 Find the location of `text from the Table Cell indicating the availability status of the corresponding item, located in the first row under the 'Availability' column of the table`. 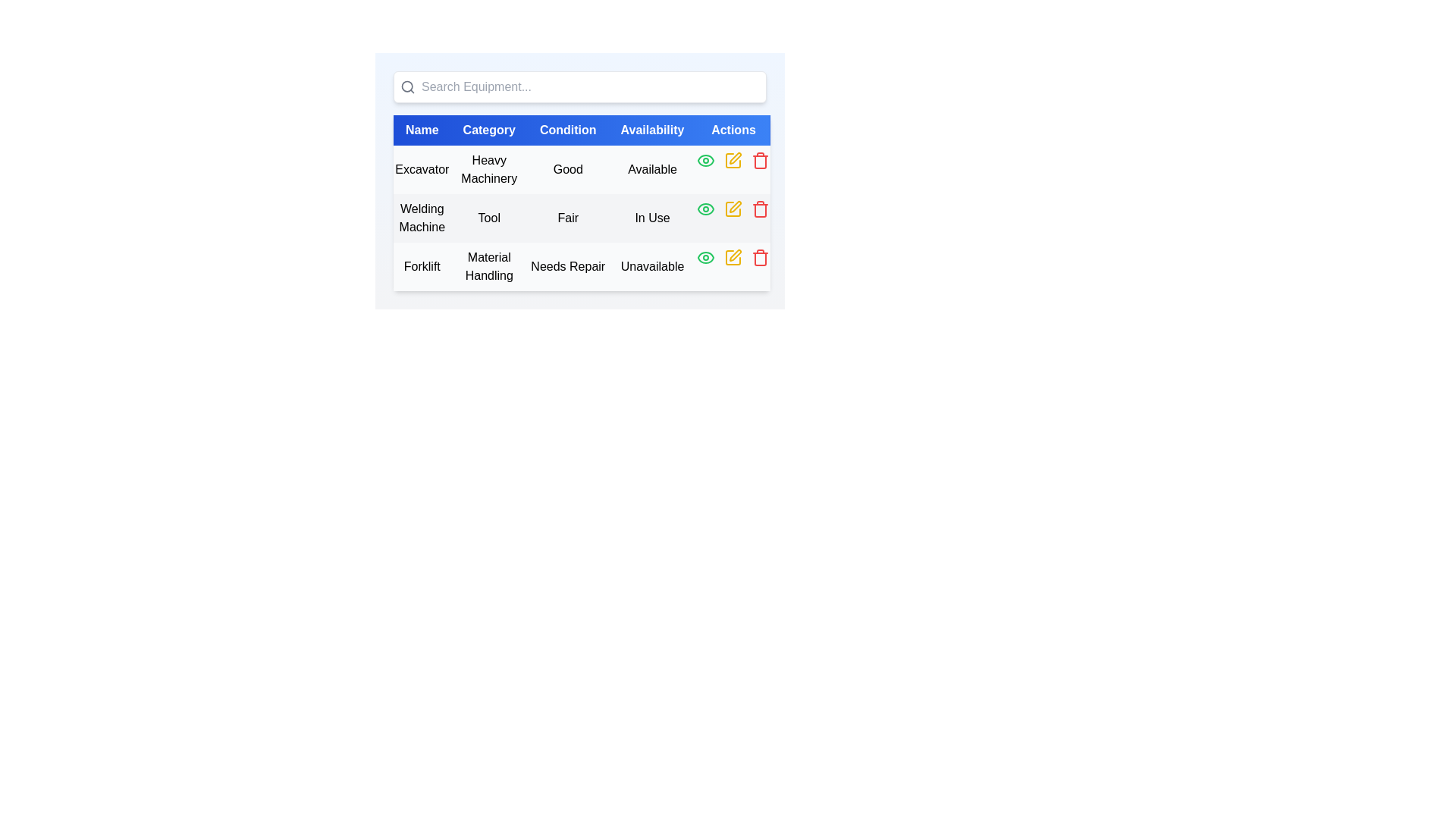

text from the Table Cell indicating the availability status of the corresponding item, located in the first row under the 'Availability' column of the table is located at coordinates (652, 169).